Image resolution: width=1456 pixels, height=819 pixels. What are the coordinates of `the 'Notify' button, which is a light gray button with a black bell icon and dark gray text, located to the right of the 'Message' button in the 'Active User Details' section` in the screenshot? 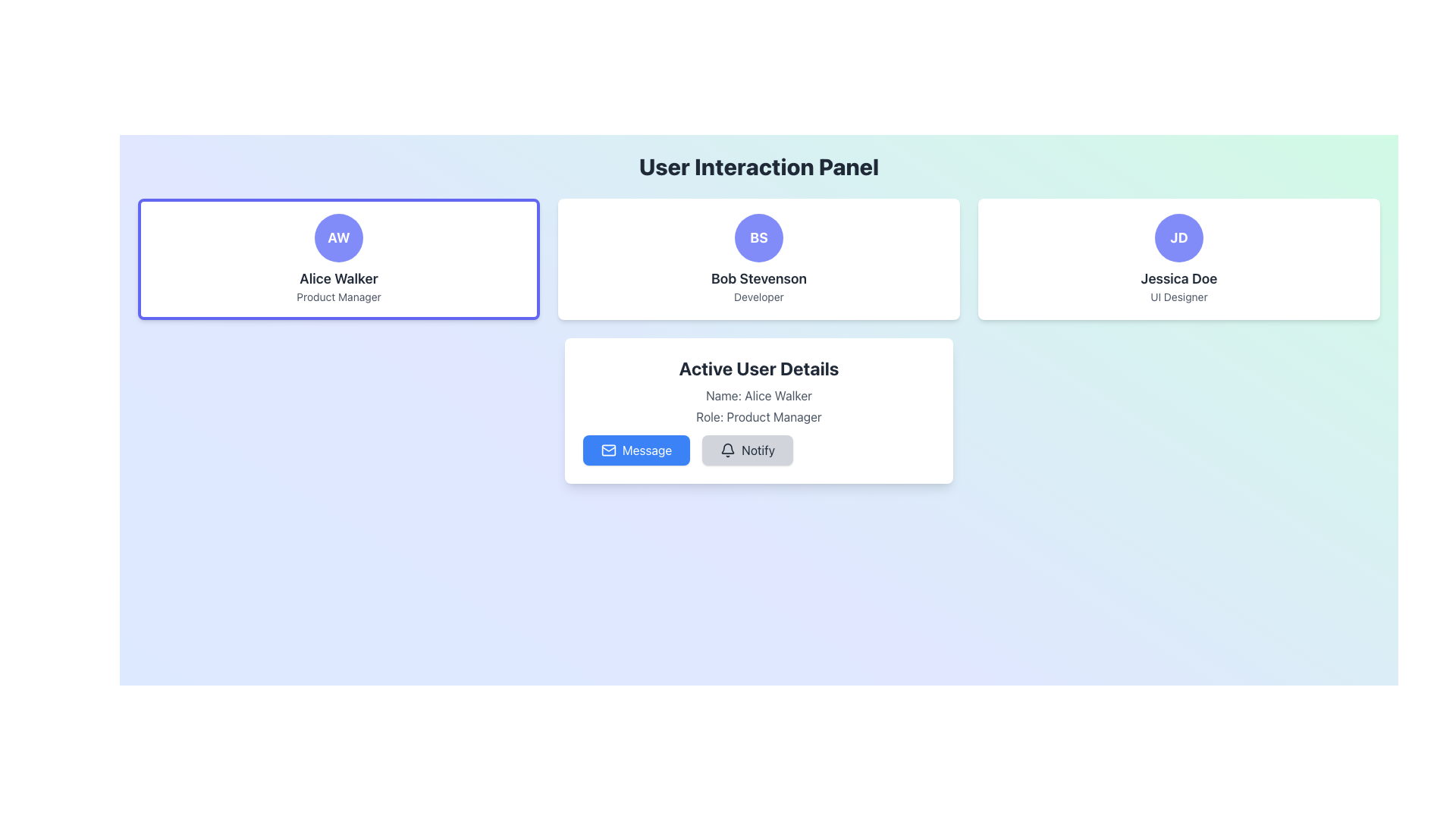 It's located at (748, 450).